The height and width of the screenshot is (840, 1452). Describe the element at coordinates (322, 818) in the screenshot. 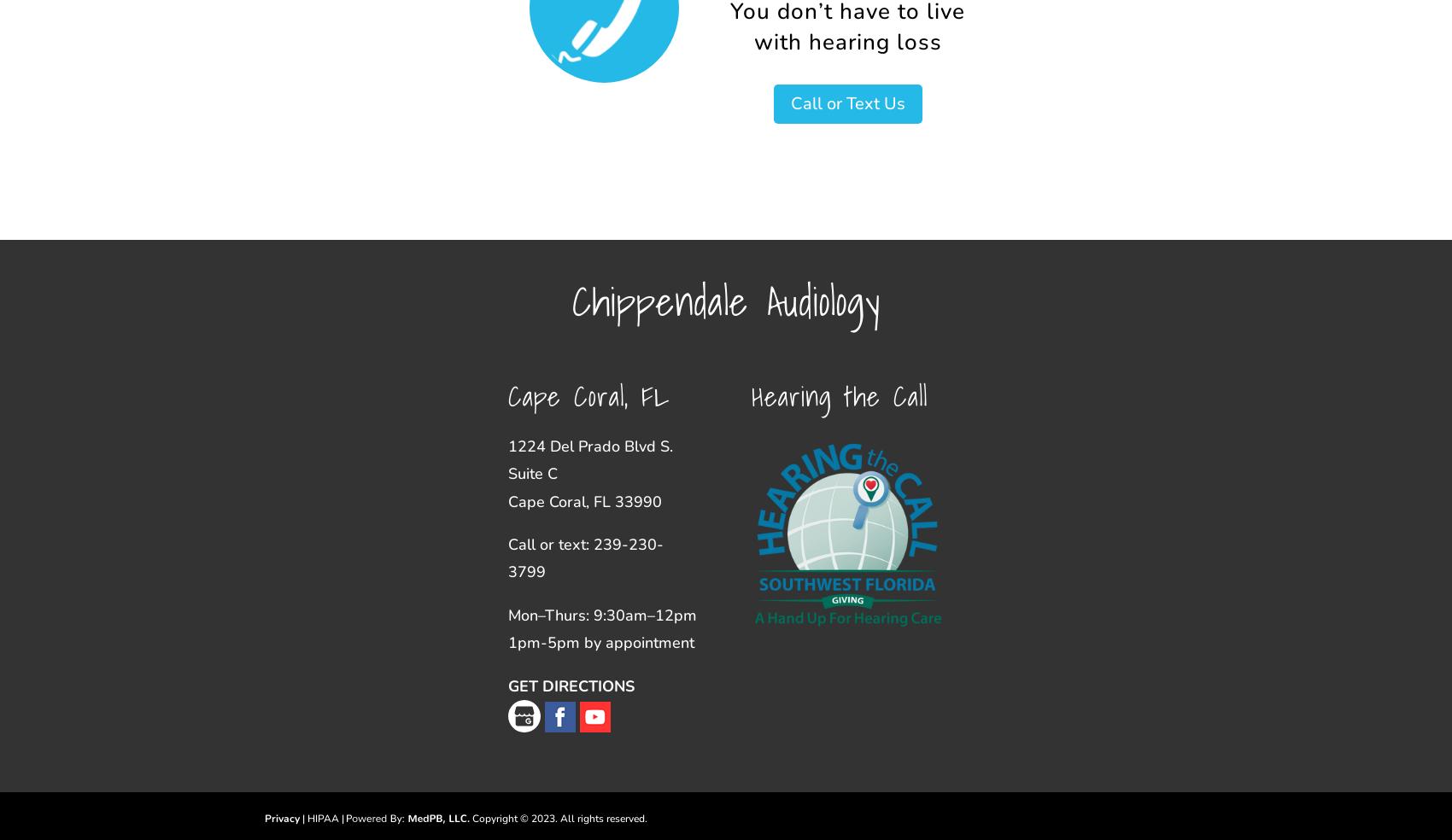

I see `'| HIPAA |'` at that location.